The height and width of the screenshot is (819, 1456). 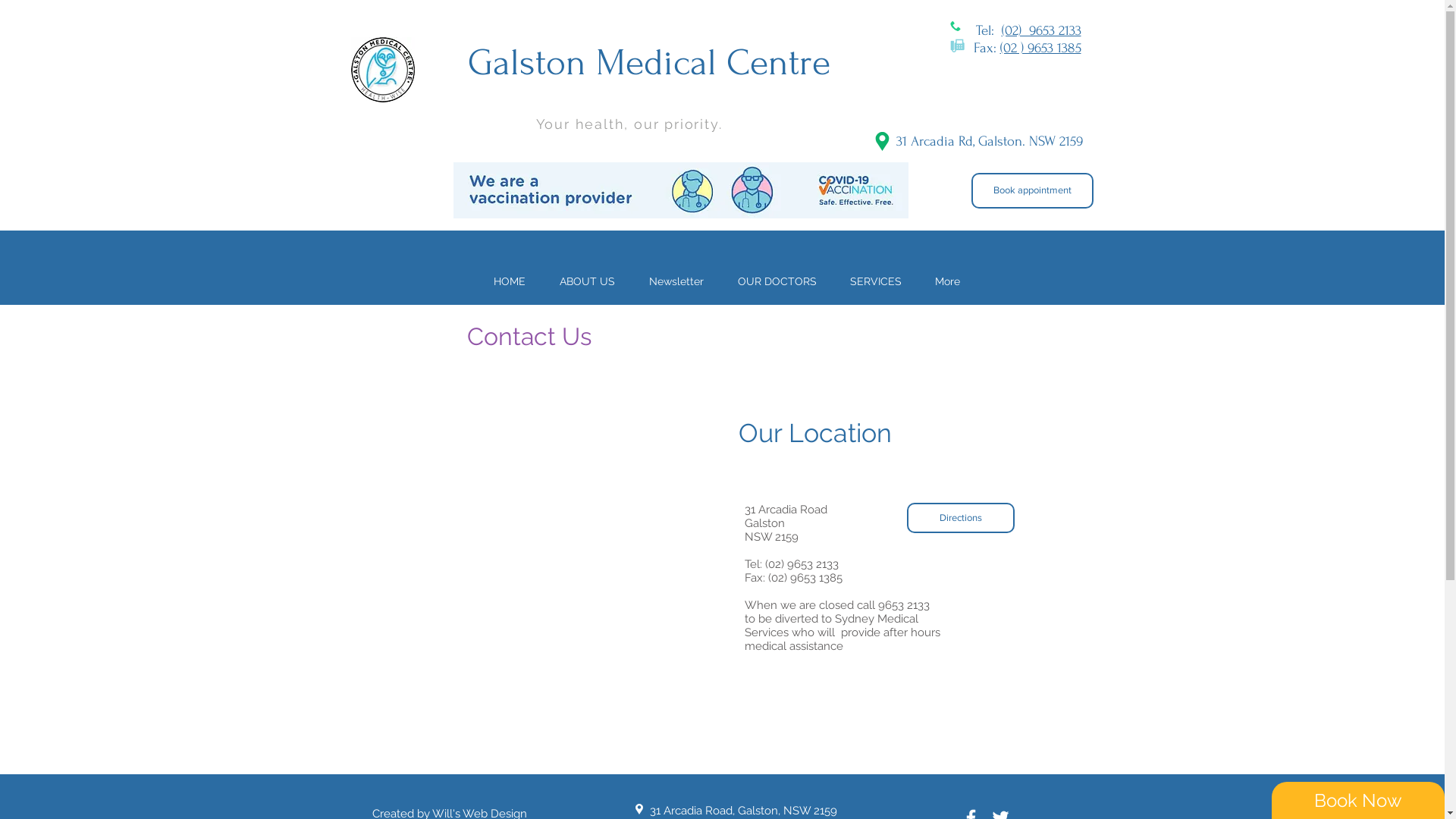 I want to click on 'Newsletter', so click(x=676, y=281).